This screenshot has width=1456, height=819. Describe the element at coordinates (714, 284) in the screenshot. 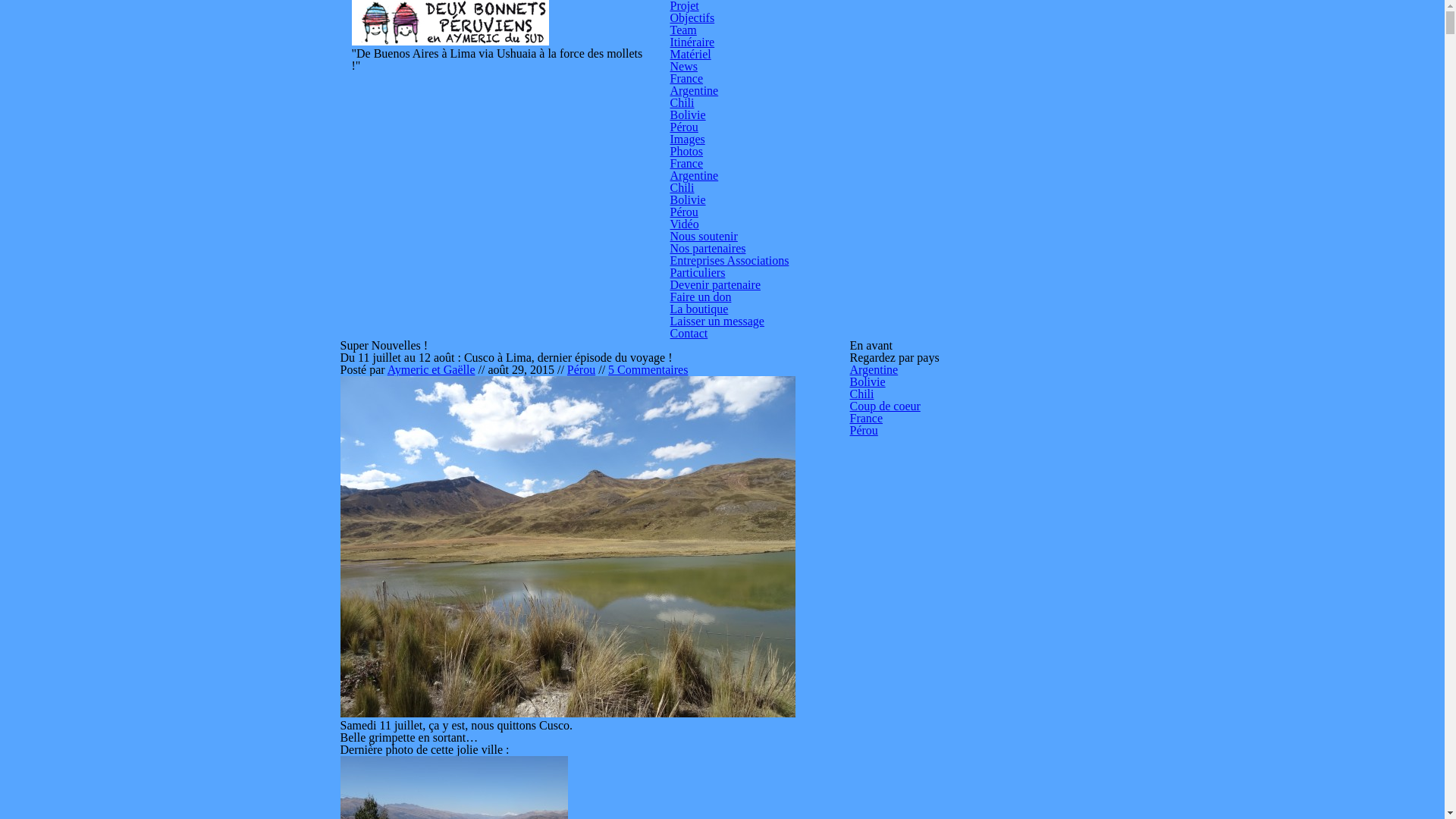

I see `'Devenir partenaire'` at that location.